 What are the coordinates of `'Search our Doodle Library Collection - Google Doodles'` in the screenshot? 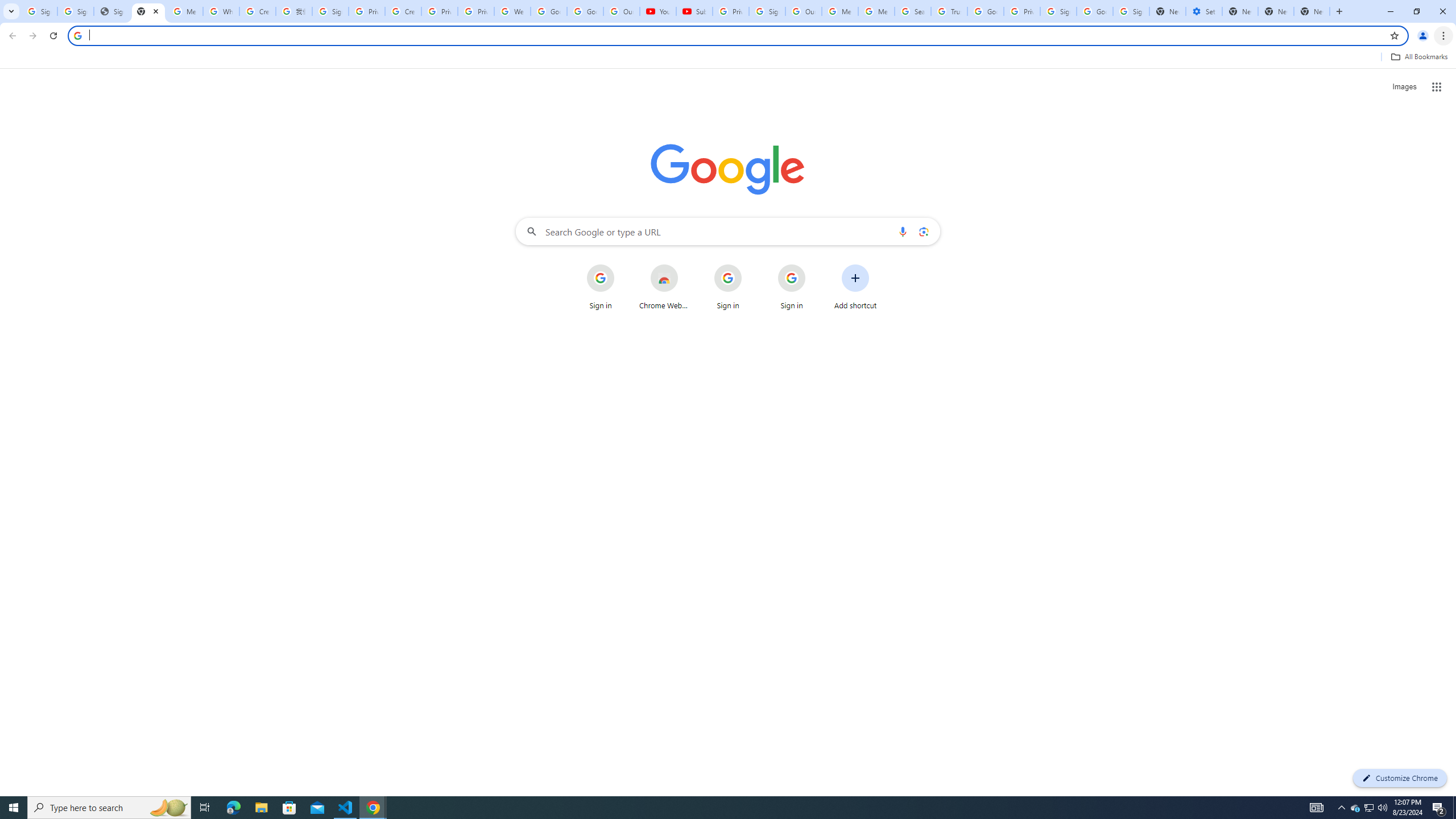 It's located at (913, 11).